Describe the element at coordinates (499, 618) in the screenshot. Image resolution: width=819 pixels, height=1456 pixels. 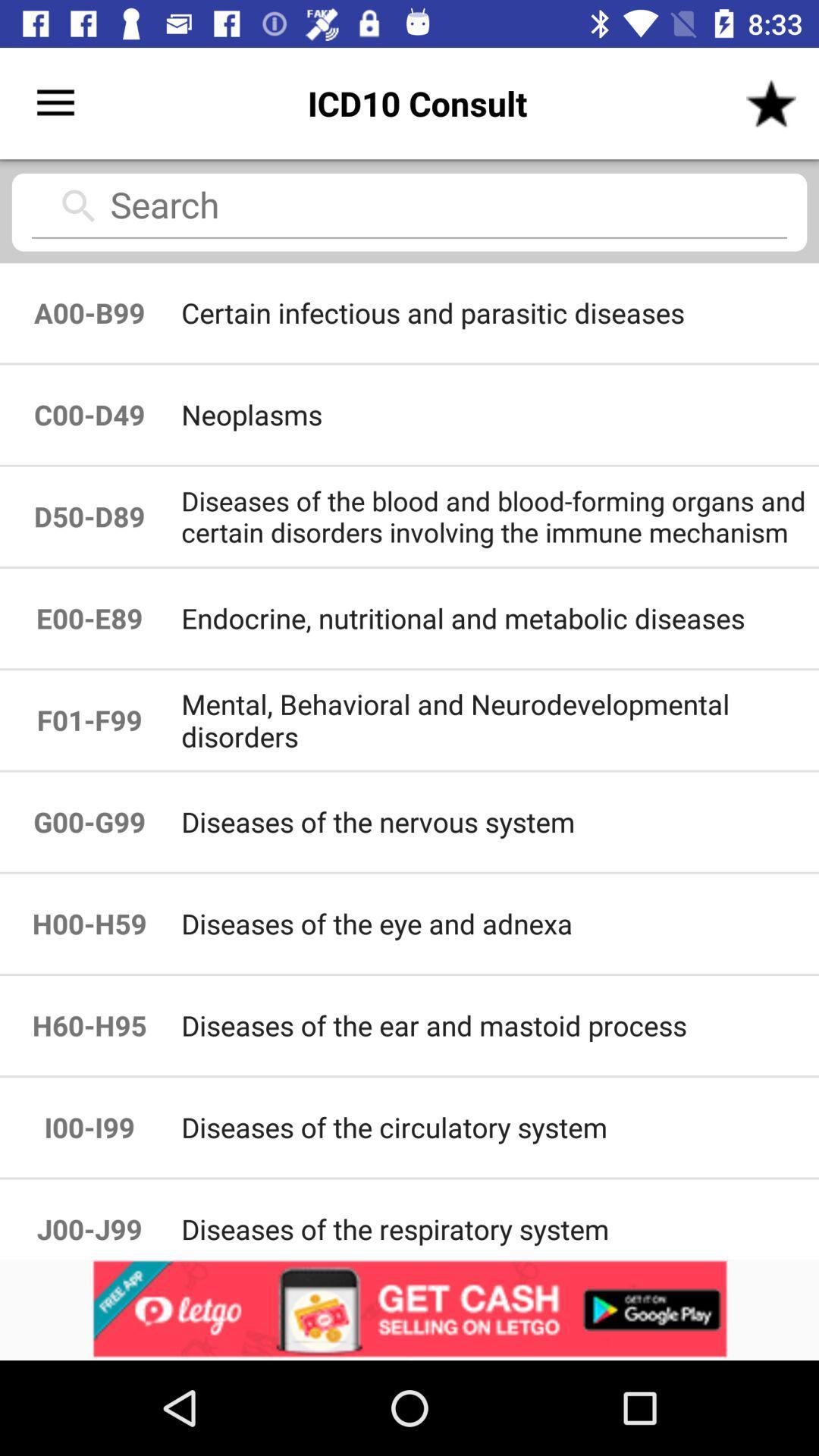
I see `item next to d50-d89 icon` at that location.